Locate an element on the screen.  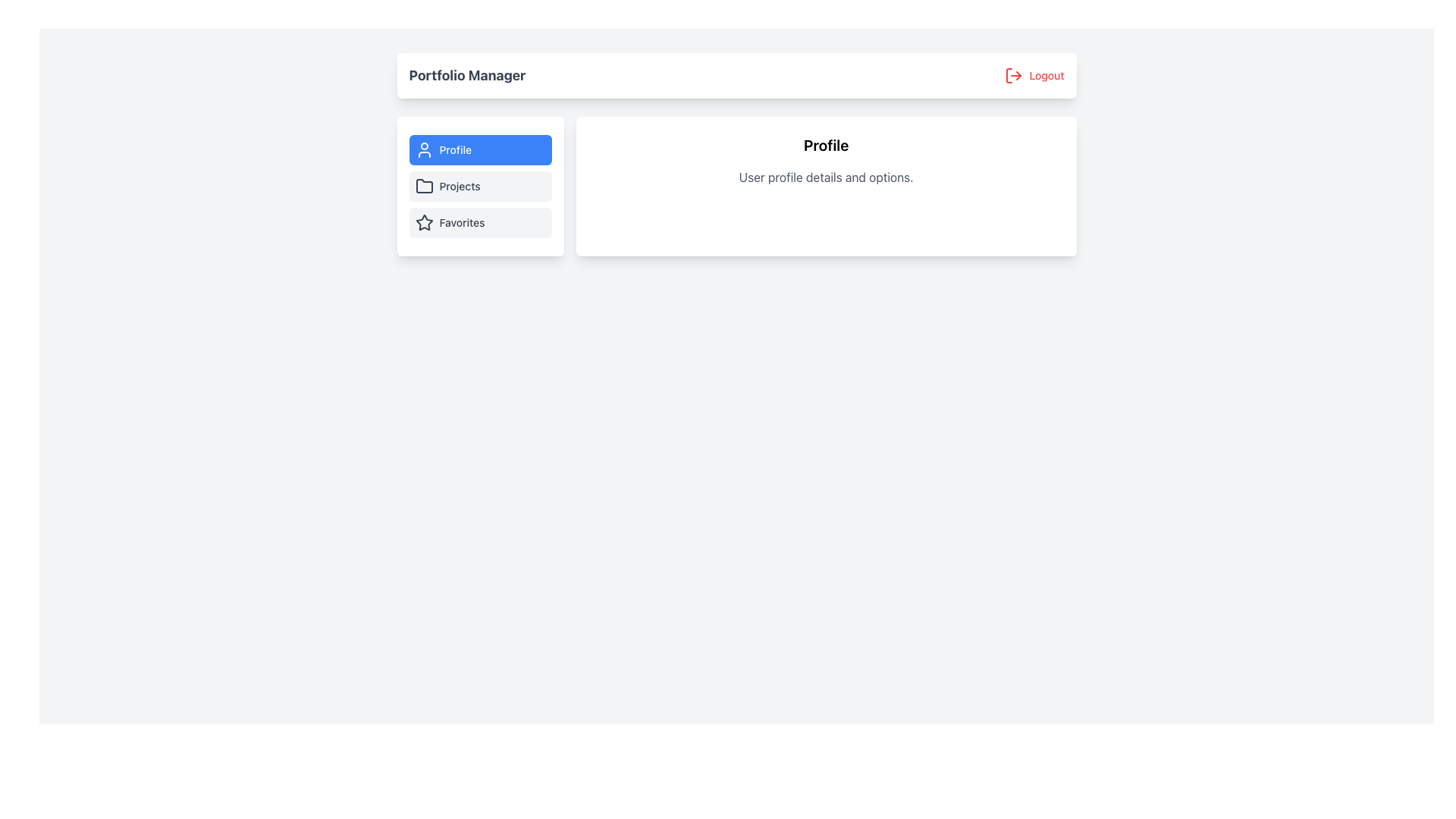
the 'Projects' button located in the sidebar, which is the second item in the vertical list is located at coordinates (479, 186).